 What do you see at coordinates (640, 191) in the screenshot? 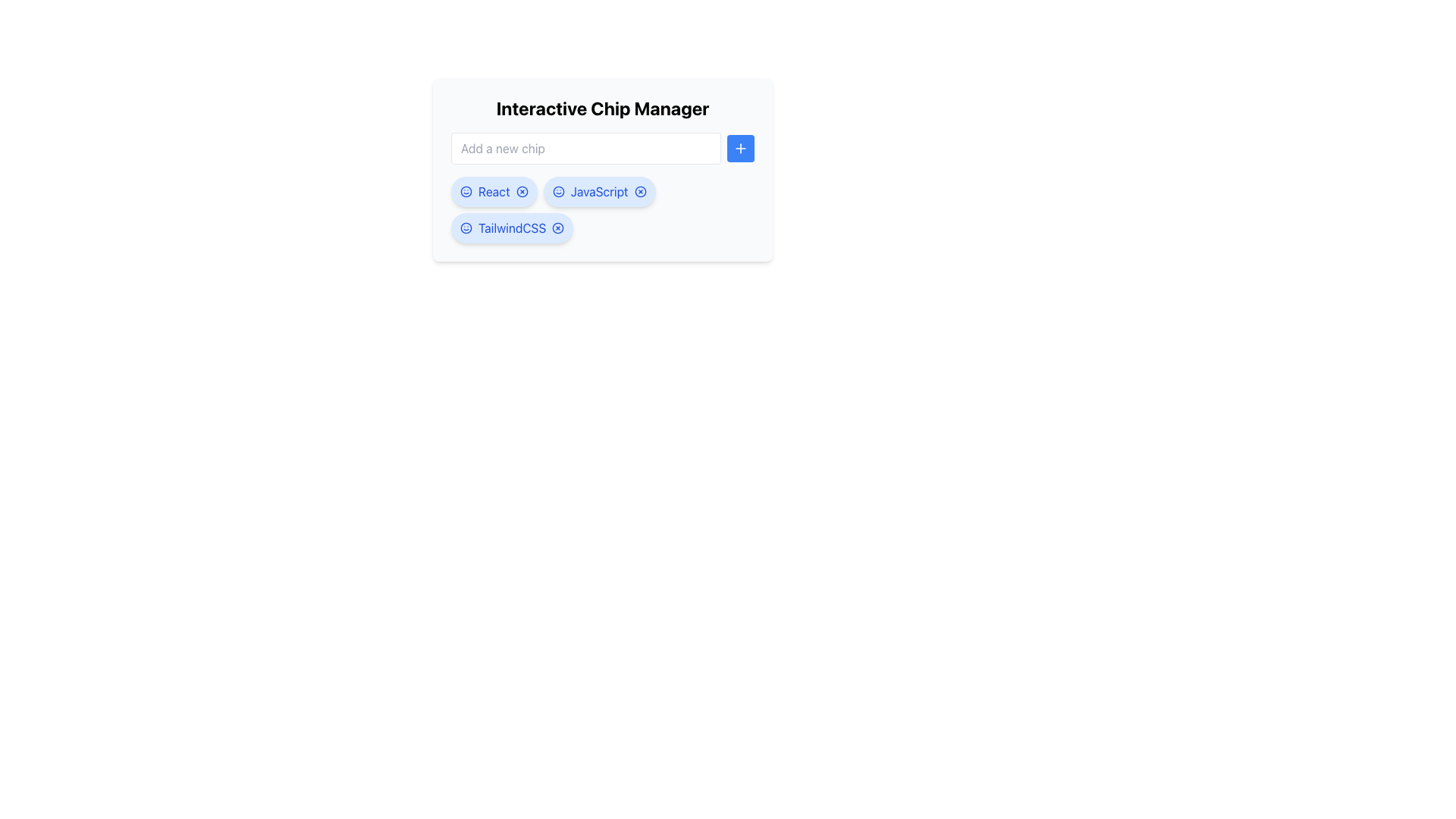
I see `the SVG graphical circle that serves as the background for the close/remove button of the 'JavaScript' chip, located at the right end of the chip` at bounding box center [640, 191].